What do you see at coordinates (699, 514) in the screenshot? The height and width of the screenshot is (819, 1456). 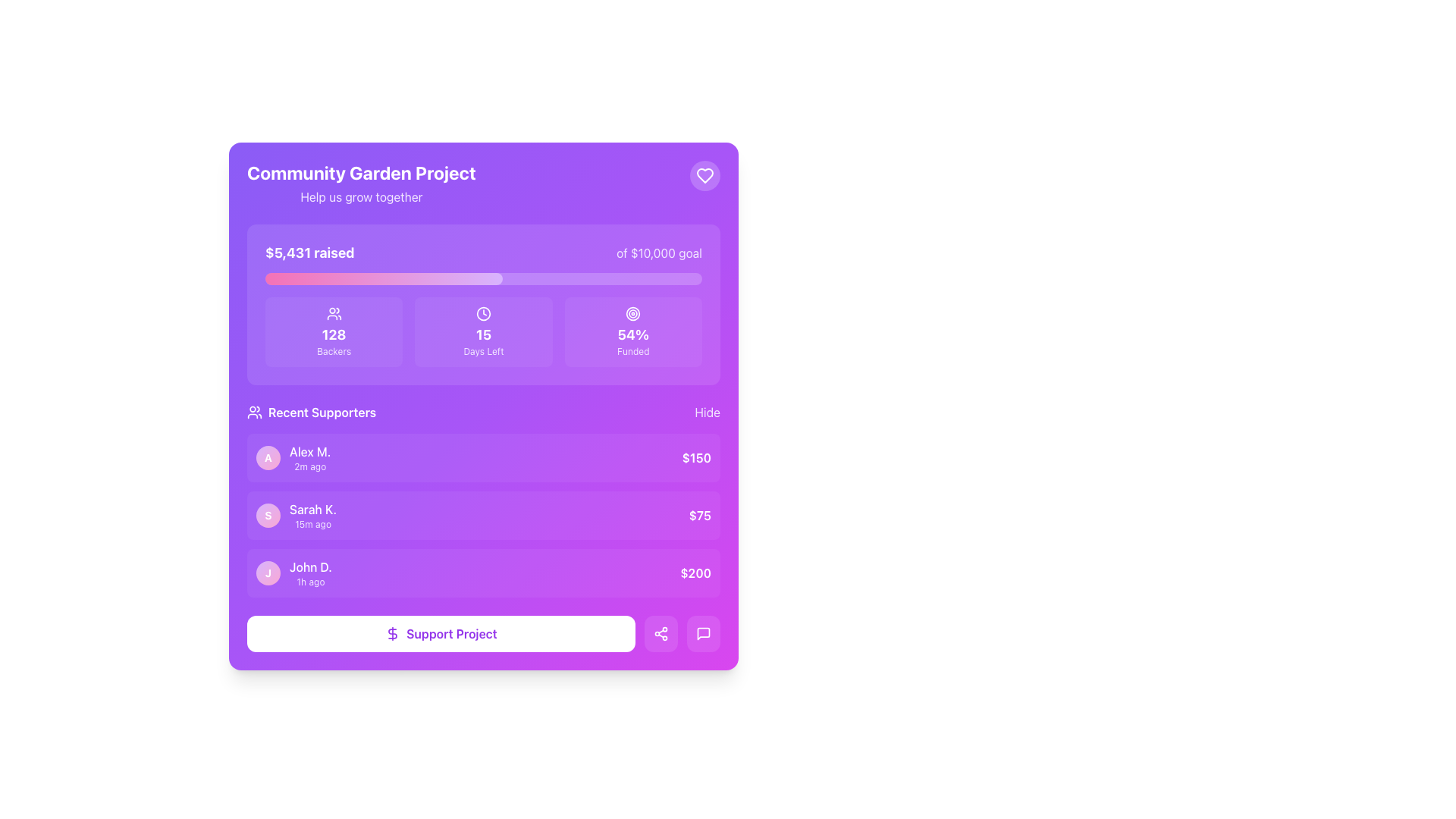 I see `the contribution label/text indicating the amount contributed by the supporter, which is positioned at the far right end of the supporter's record line adjacent to the supporter name and time` at bounding box center [699, 514].